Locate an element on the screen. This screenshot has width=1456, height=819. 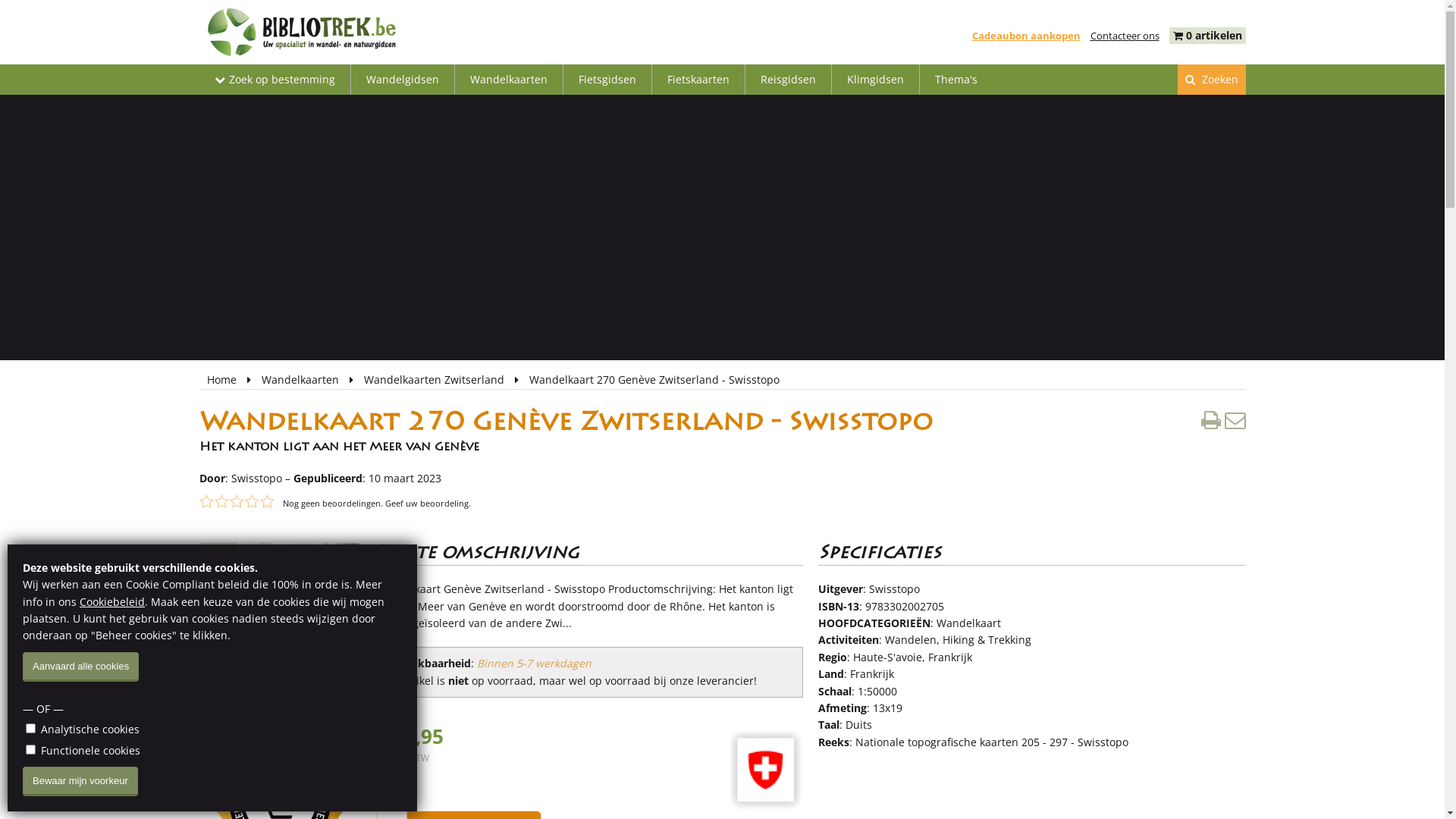
'Wandelkaarten Zwitserland' is located at coordinates (435, 378).